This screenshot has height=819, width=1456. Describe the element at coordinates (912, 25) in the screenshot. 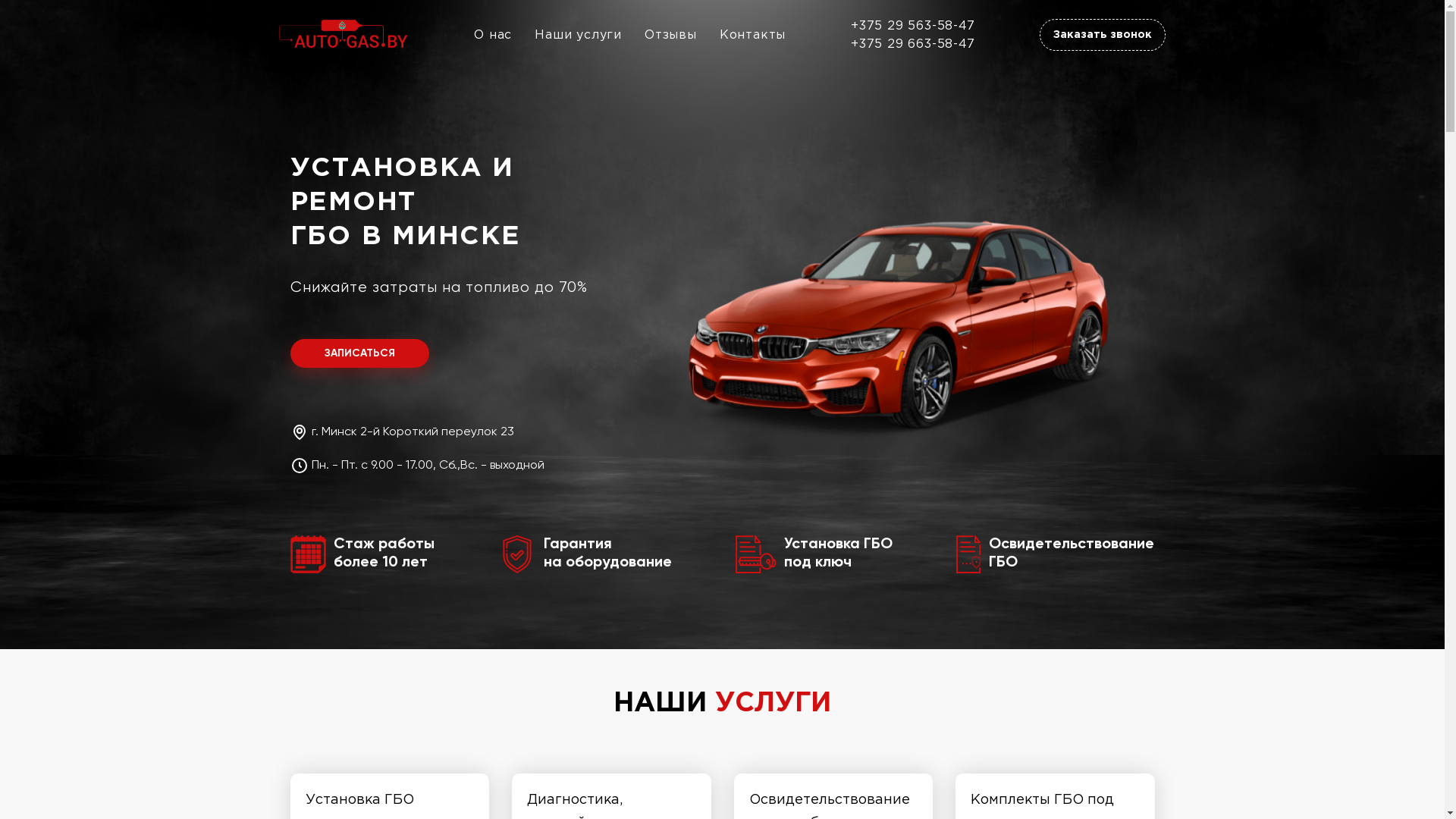

I see `'+375 29 563-58-47'` at that location.